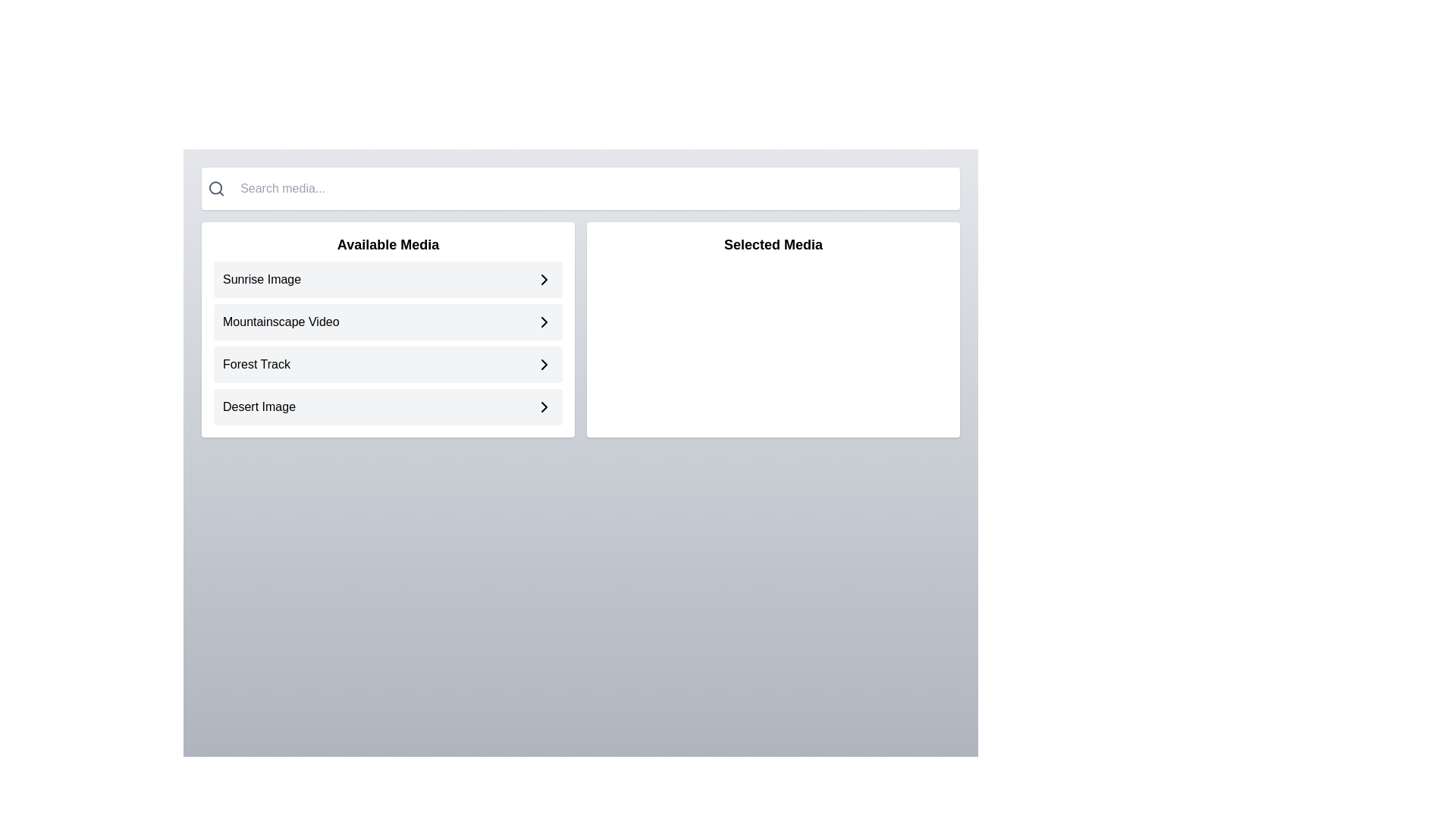 This screenshot has height=819, width=1456. Describe the element at coordinates (544, 280) in the screenshot. I see `the rightward-pointing chevron icon, which is styled as an outlined arrow within the 'Sunrise Image' label in the 'Available Media' section` at that location.